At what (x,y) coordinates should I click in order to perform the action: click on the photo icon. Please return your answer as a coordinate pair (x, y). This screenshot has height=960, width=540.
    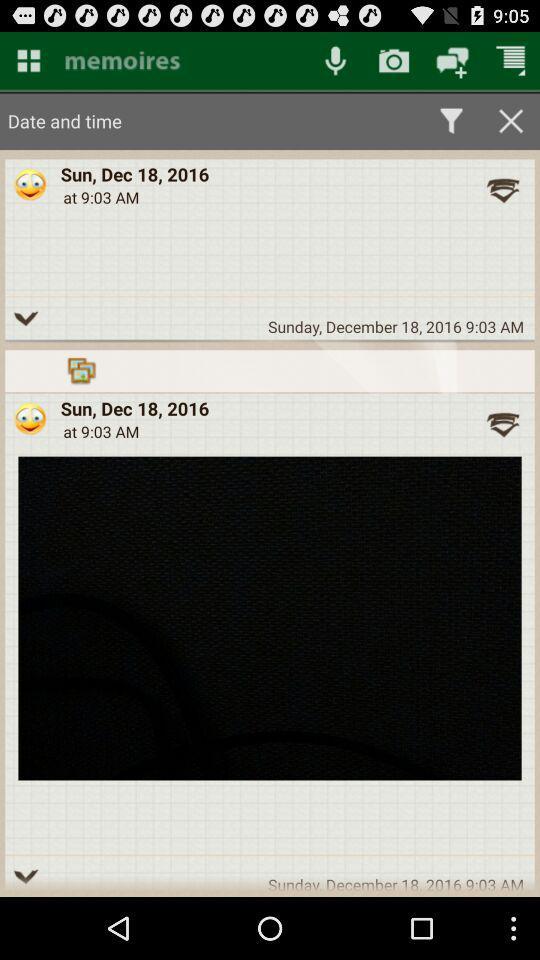
    Looking at the image, I should click on (394, 64).